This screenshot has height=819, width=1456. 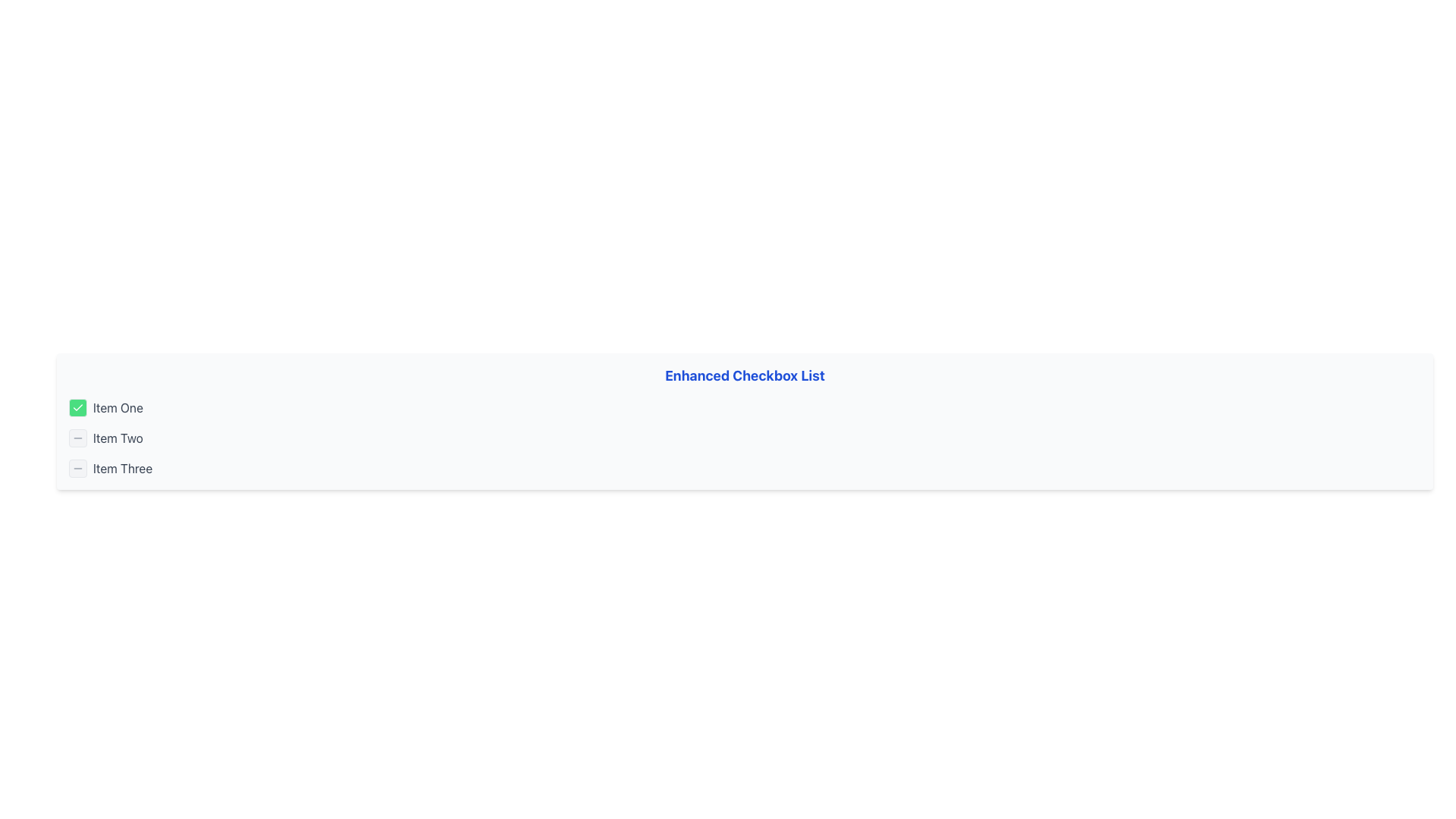 What do you see at coordinates (77, 438) in the screenshot?
I see `the gray square-shaped icon button with a minus sign, which is associated with 'Item Two'` at bounding box center [77, 438].